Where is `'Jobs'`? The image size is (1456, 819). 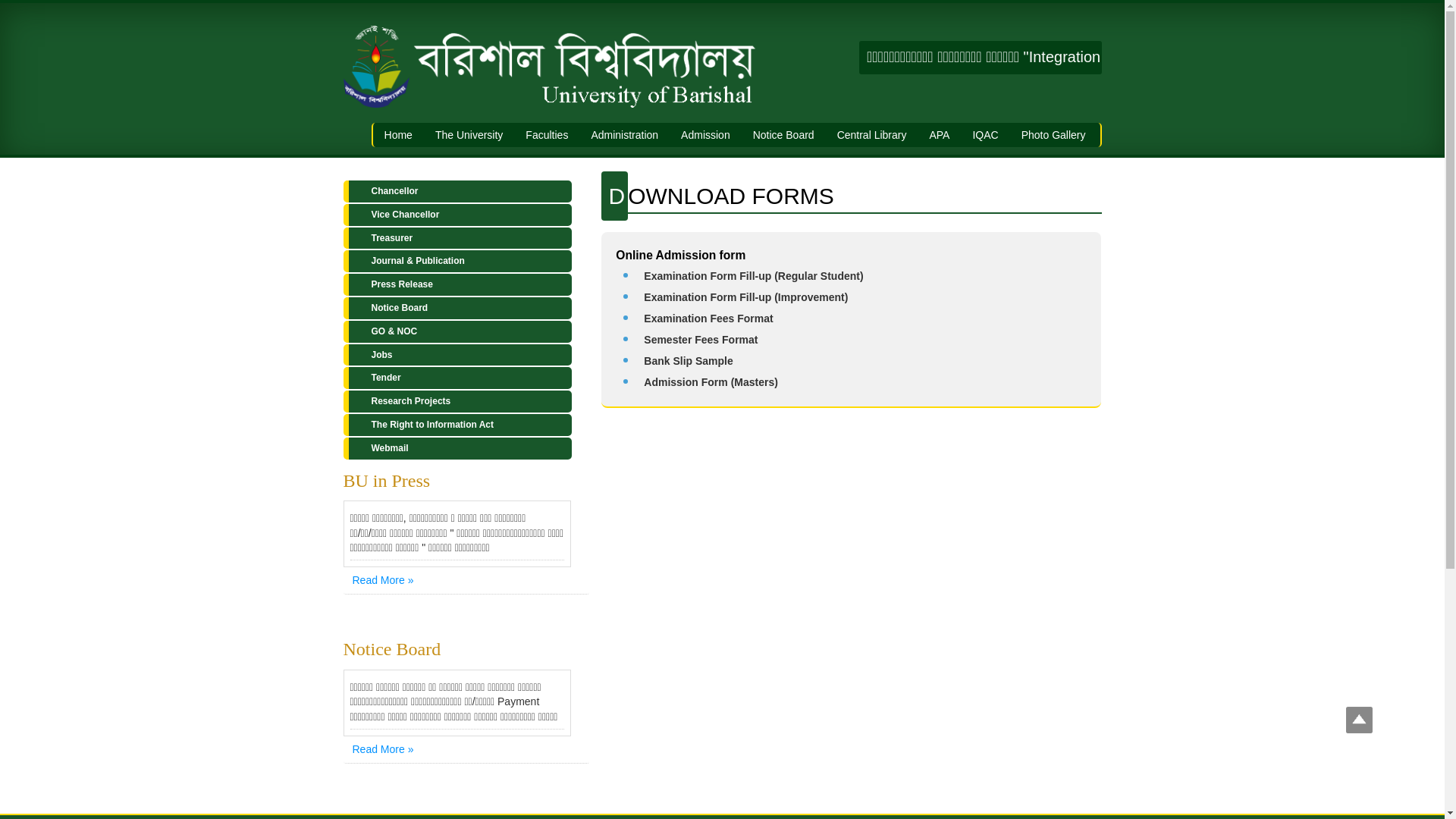 'Jobs' is located at coordinates (456, 355).